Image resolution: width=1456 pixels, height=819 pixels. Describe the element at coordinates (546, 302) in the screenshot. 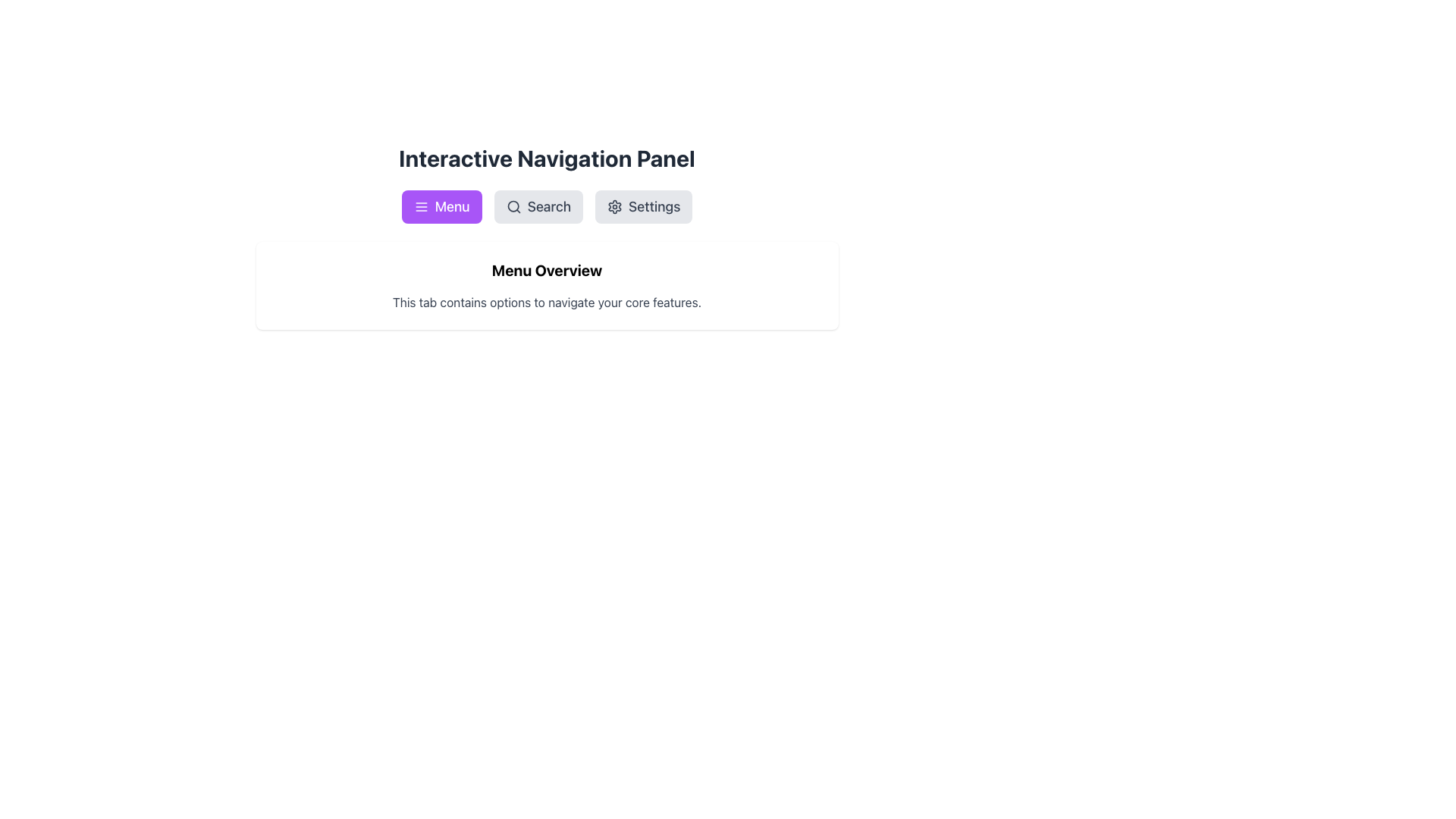

I see `the informative text element located directly below the 'Menu Overview' title, which is horizontally centered under the 'Interactive Navigation Panel.'` at that location.